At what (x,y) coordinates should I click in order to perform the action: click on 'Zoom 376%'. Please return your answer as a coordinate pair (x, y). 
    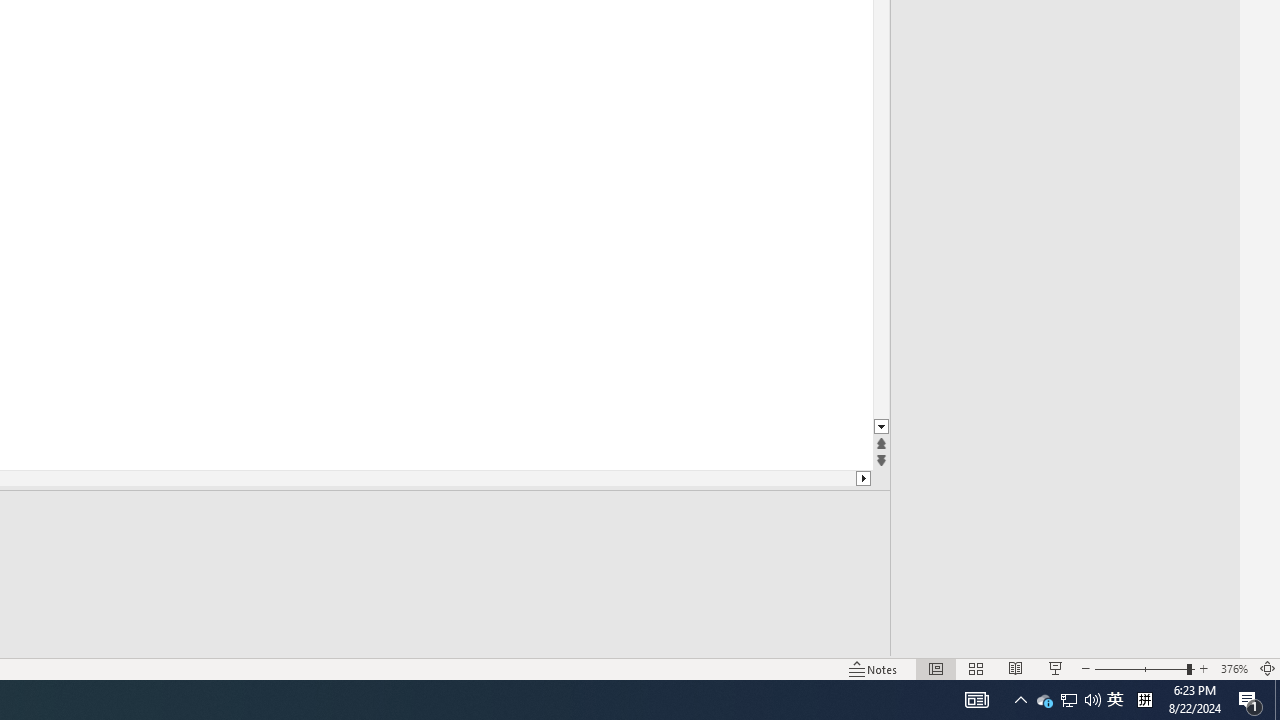
    Looking at the image, I should click on (1233, 669).